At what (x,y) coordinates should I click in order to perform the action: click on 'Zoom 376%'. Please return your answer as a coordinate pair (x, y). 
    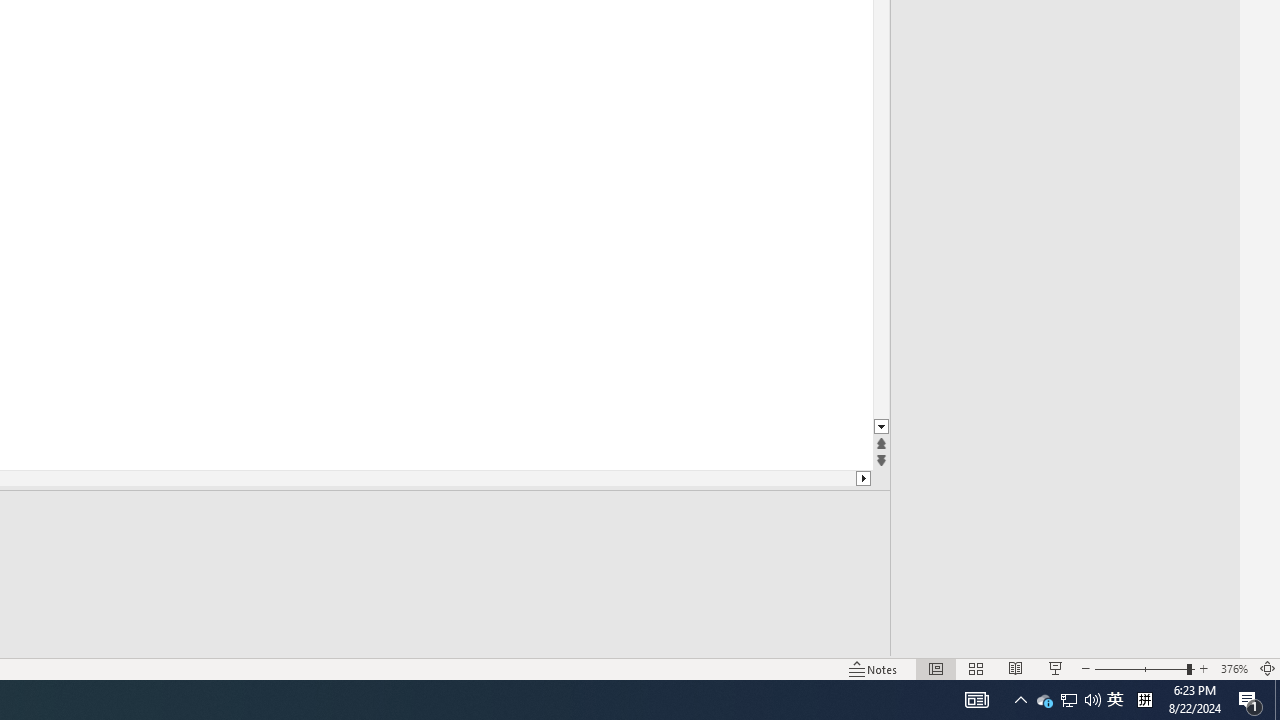
    Looking at the image, I should click on (1233, 669).